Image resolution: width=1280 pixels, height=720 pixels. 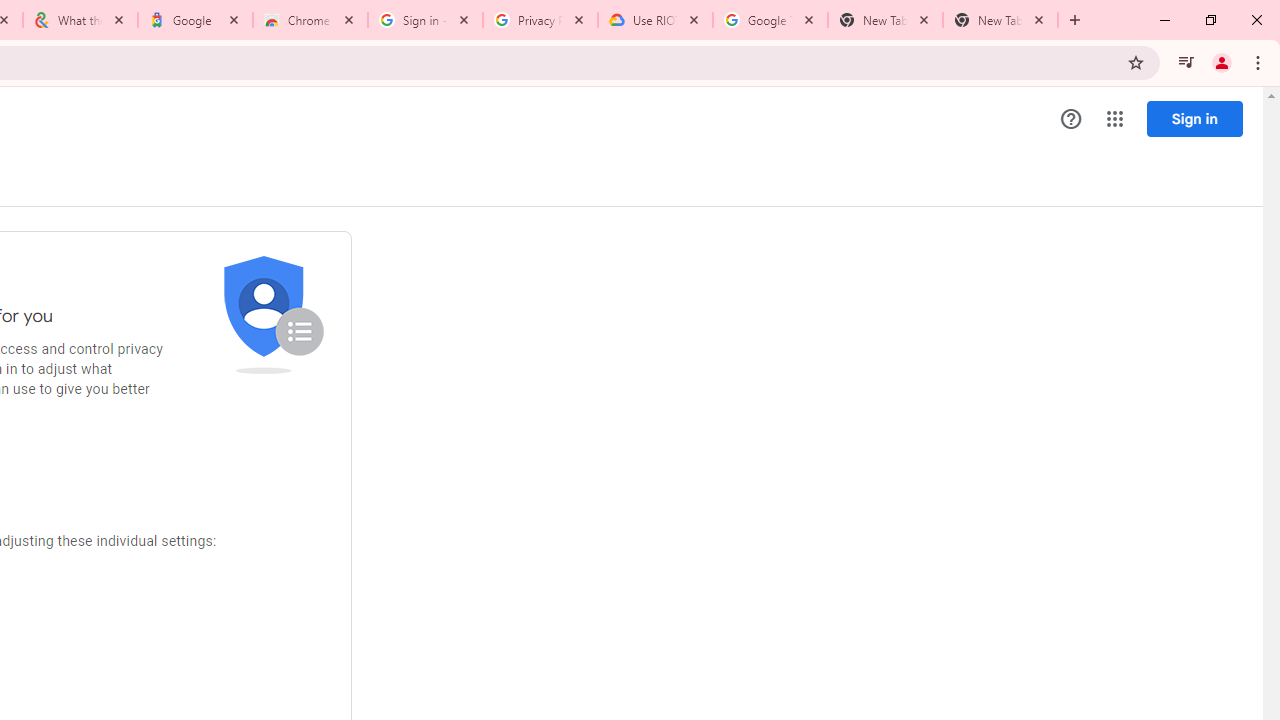 I want to click on 'Sign in - Google Accounts', so click(x=423, y=20).